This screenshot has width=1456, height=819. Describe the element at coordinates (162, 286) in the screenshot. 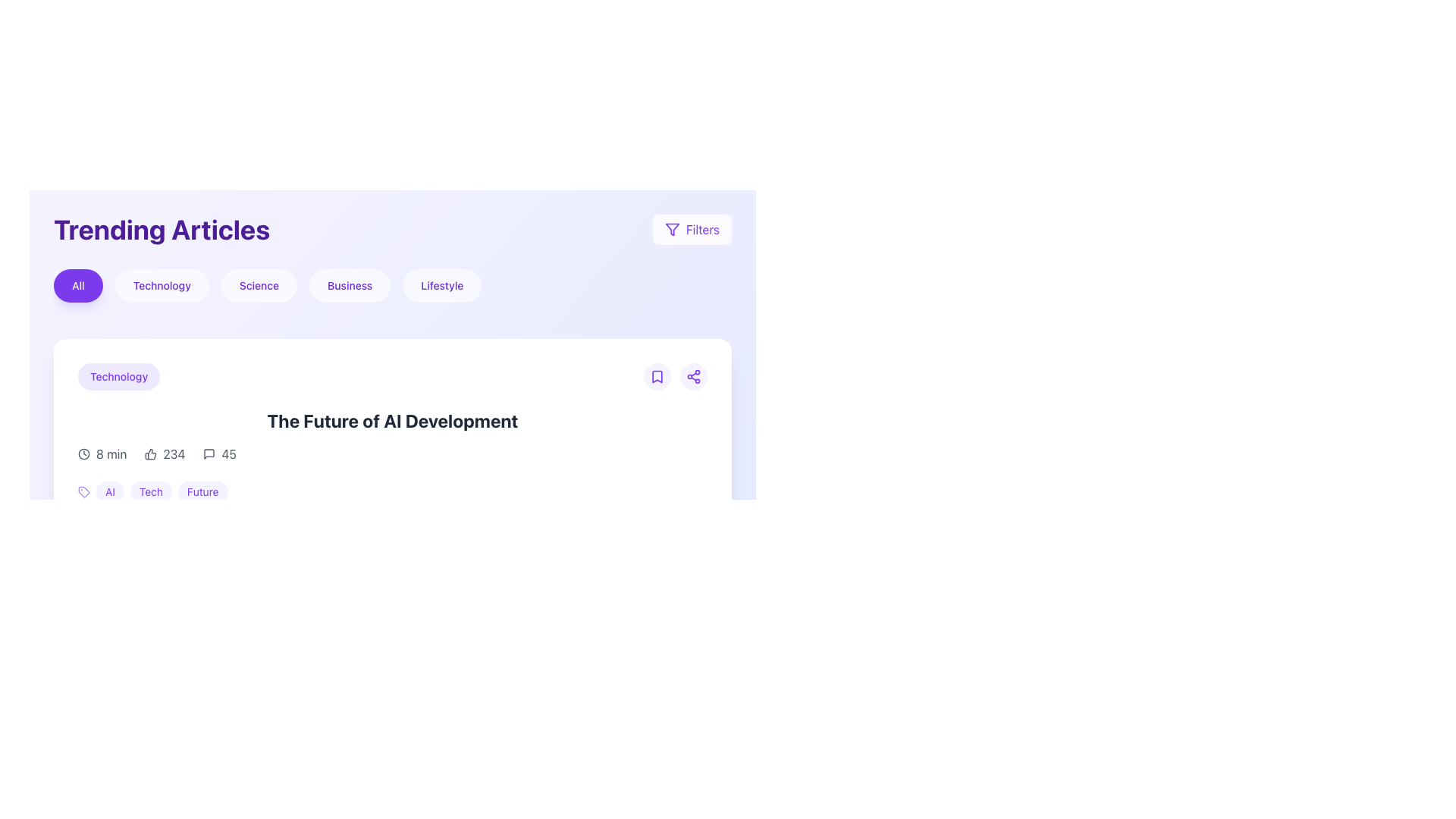

I see `the second button in the horizontal list of category filters under the 'Trending Articles' heading to change its background color` at that location.